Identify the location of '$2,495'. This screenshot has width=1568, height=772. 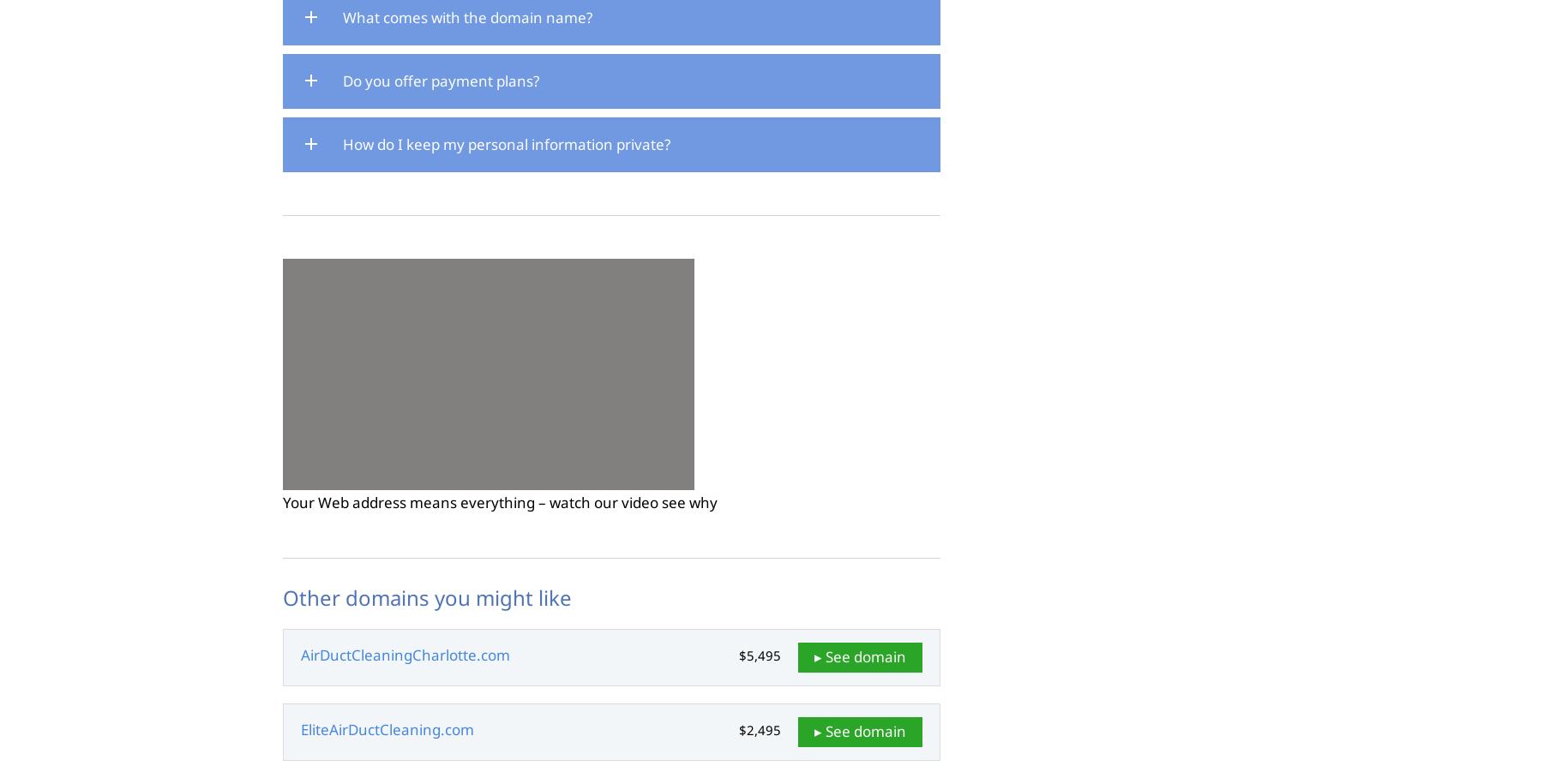
(758, 728).